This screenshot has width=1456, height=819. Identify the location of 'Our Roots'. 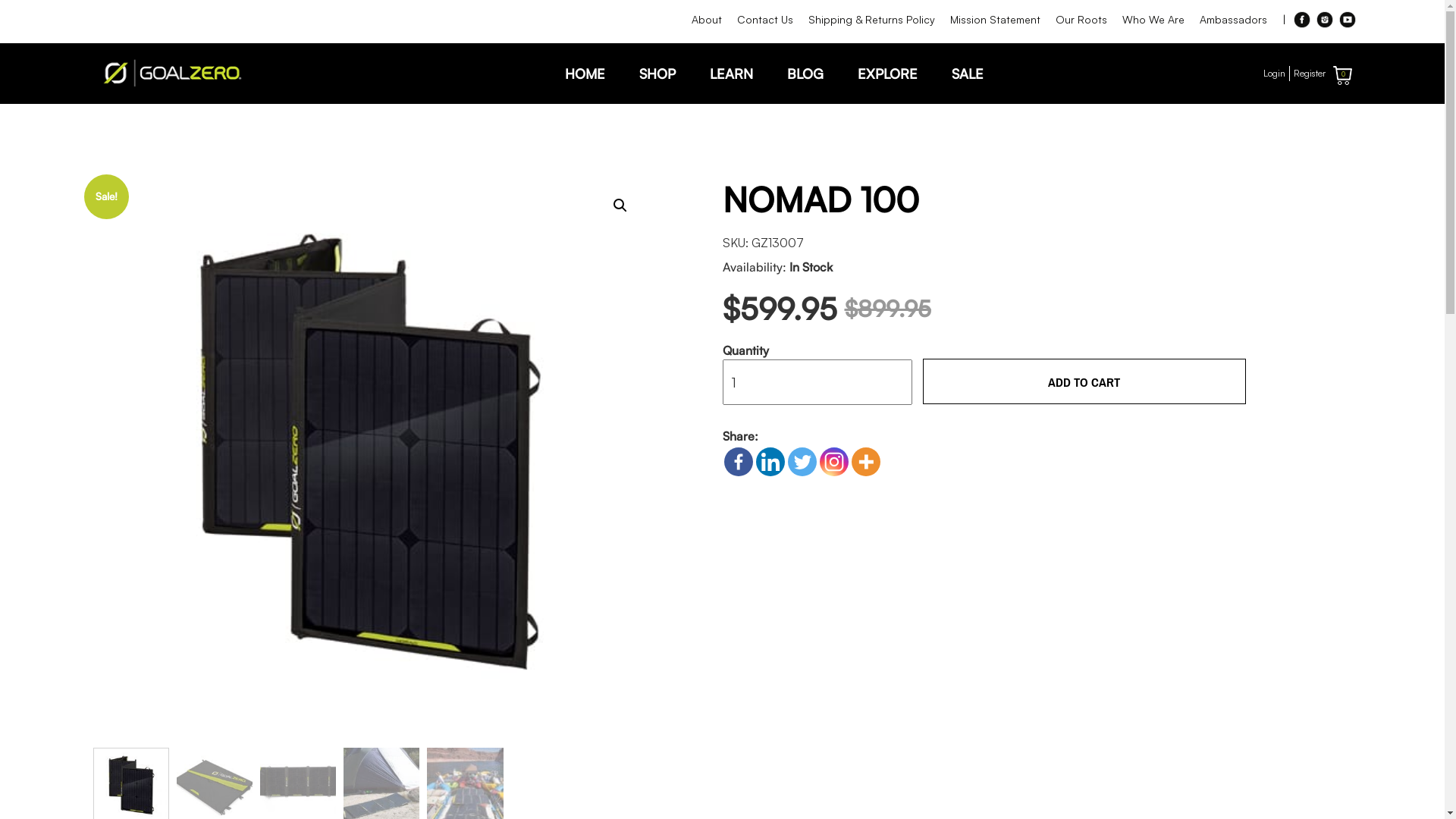
(1080, 20).